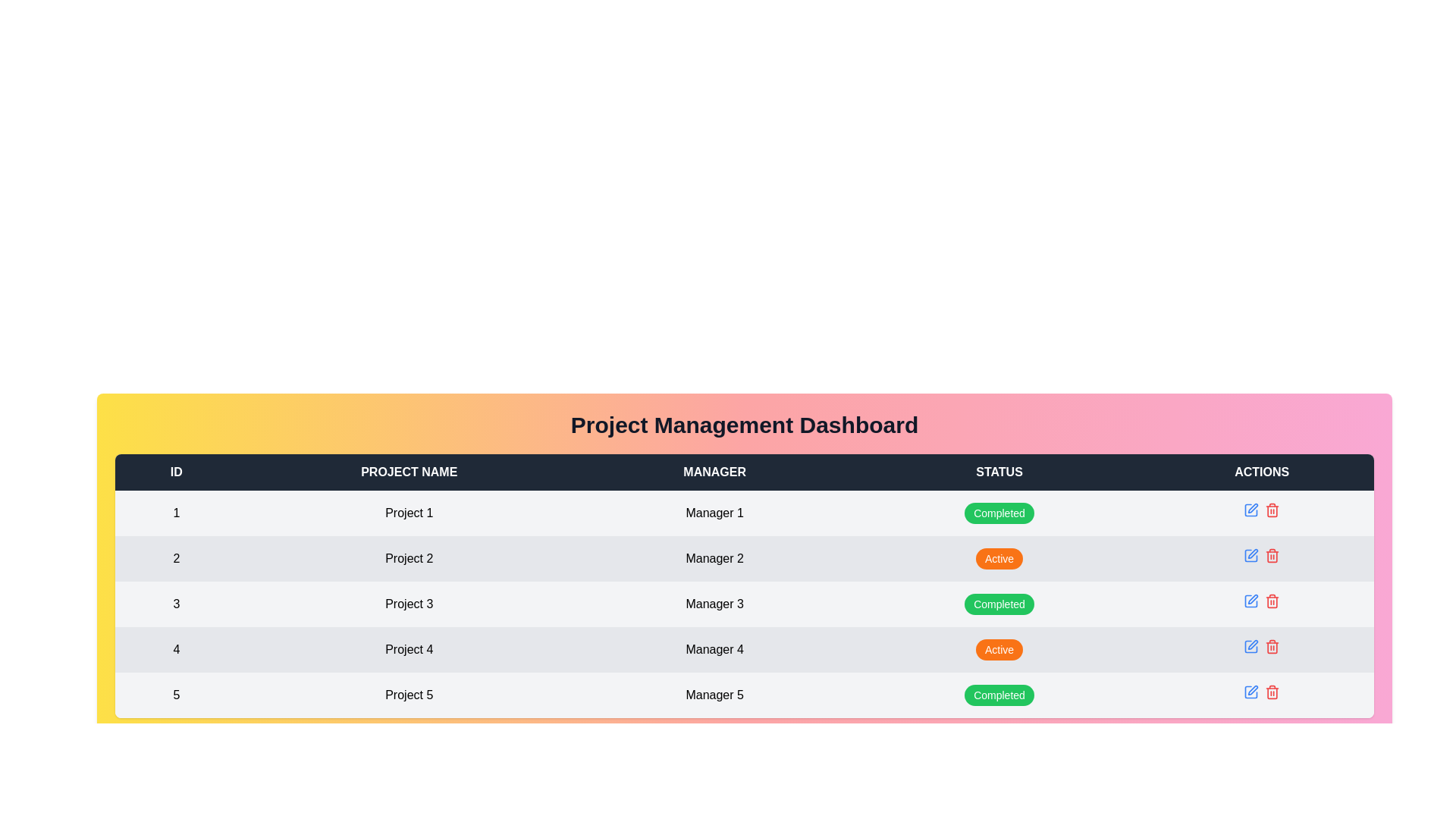 This screenshot has height=819, width=1456. Describe the element at coordinates (1262, 601) in the screenshot. I see `the blue edit icon located in the 'Actions' column of the row corresponding to 'Project 3', which is positioned to the right of the 'Completed' status indicator` at that location.